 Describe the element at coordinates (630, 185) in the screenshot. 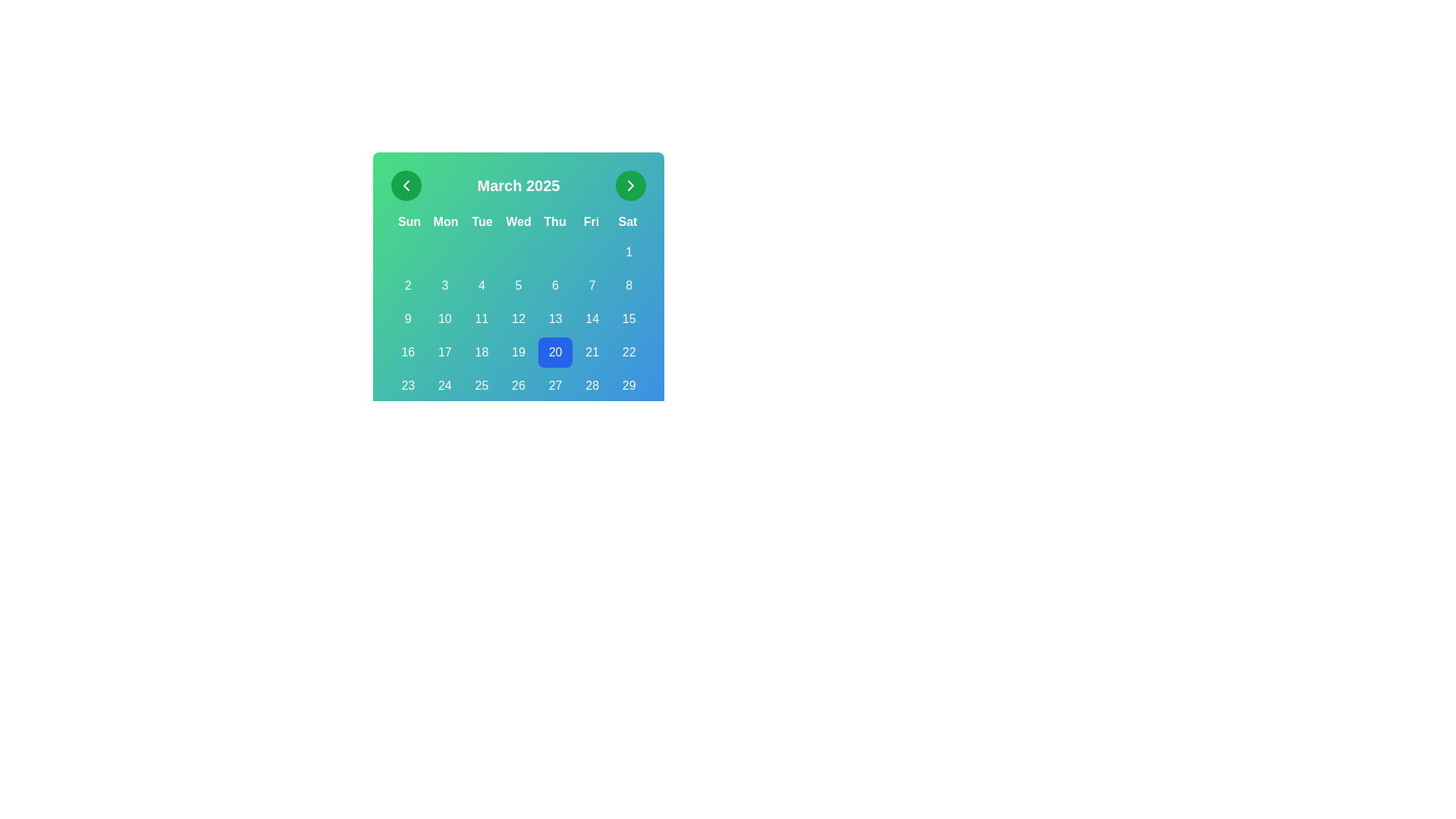

I see `the circular green button with a rightward pointing chevron icon located on the right side of the calendar header to trigger the hover effect` at that location.